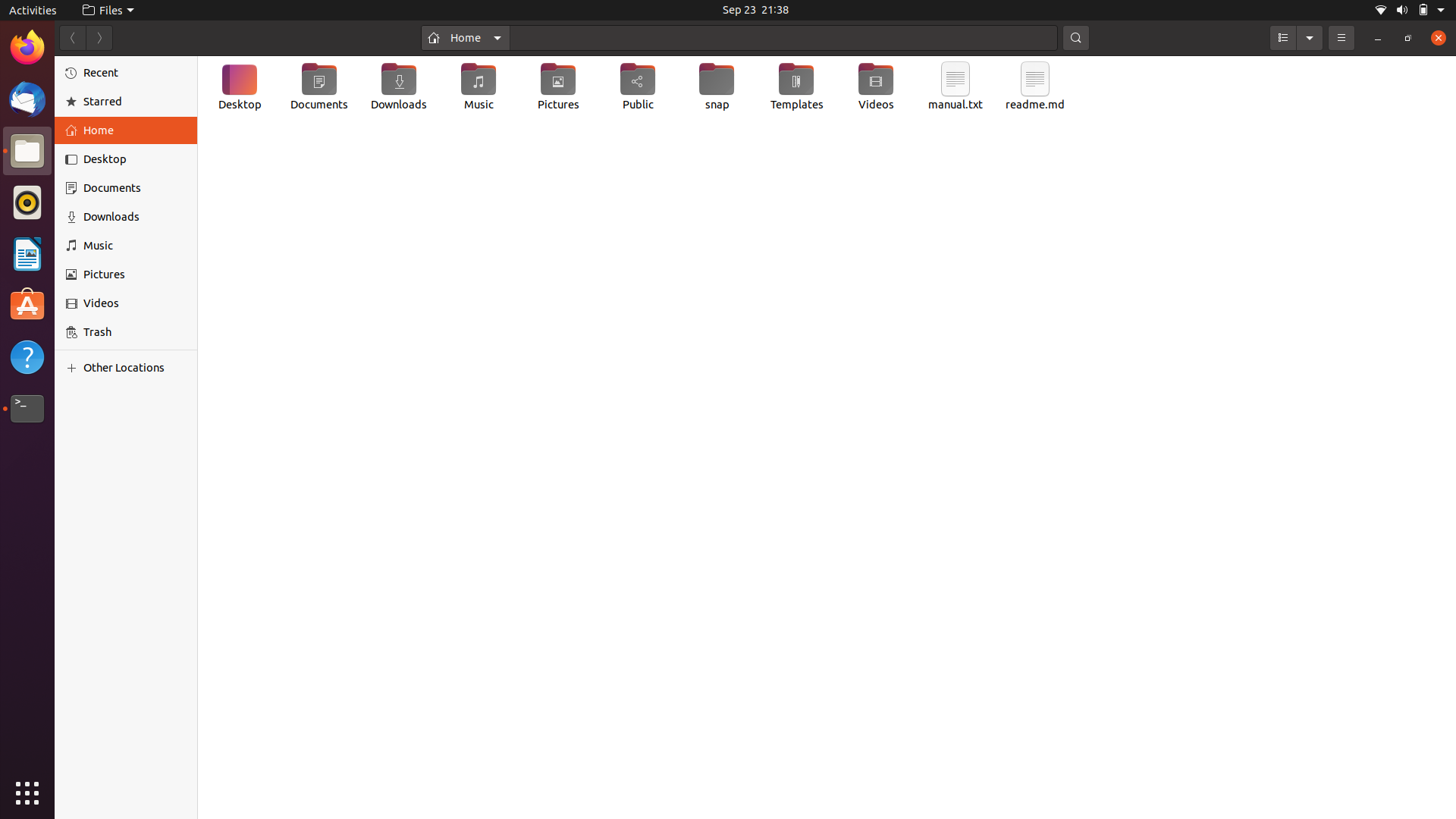 The image size is (1456, 819). Describe the element at coordinates (1406, 37) in the screenshot. I see `Enlarge the window to full screen` at that location.